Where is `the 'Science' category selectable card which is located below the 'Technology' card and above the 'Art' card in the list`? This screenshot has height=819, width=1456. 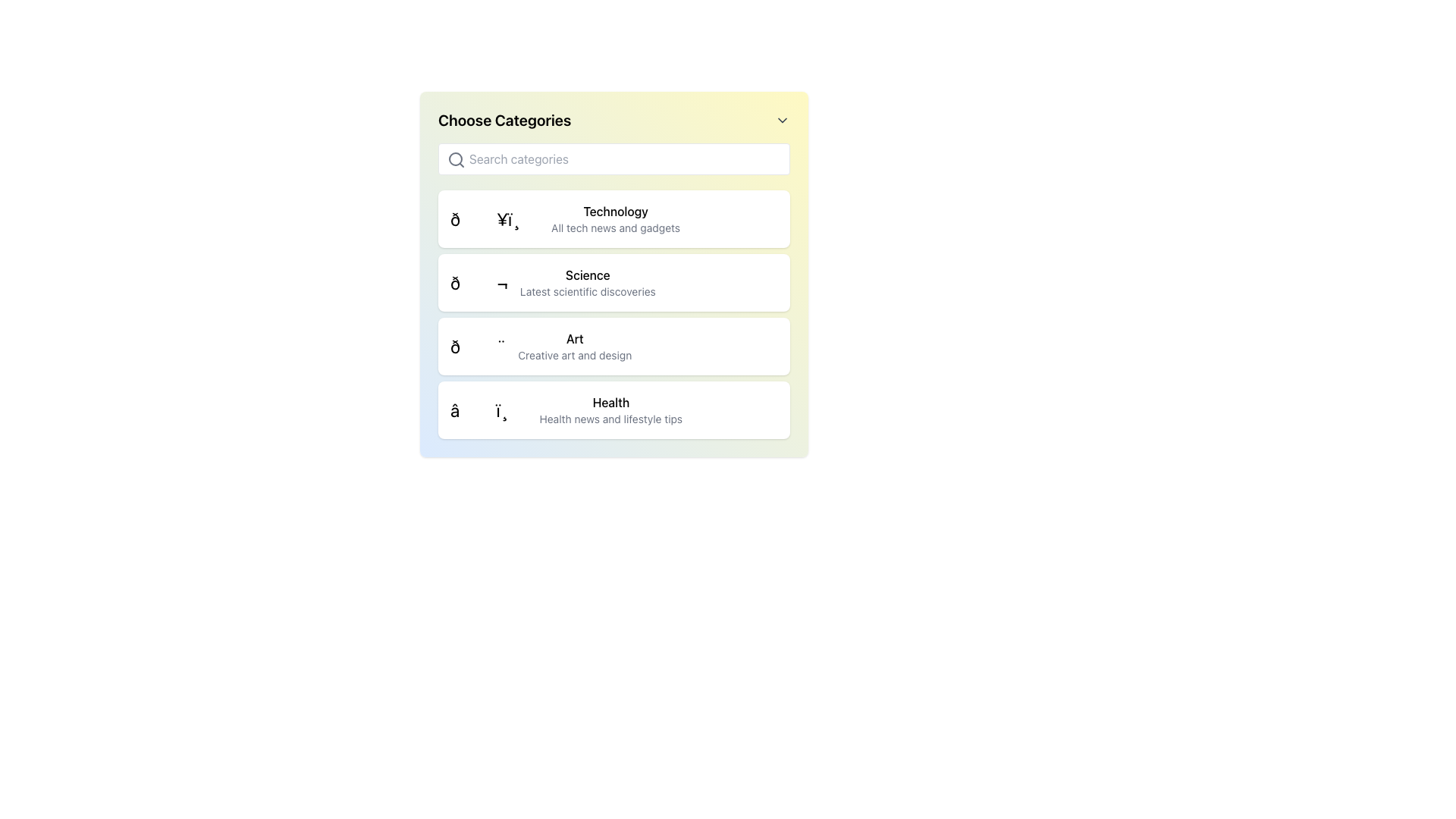 the 'Science' category selectable card which is located below the 'Technology' card and above the 'Art' card in the list is located at coordinates (614, 275).